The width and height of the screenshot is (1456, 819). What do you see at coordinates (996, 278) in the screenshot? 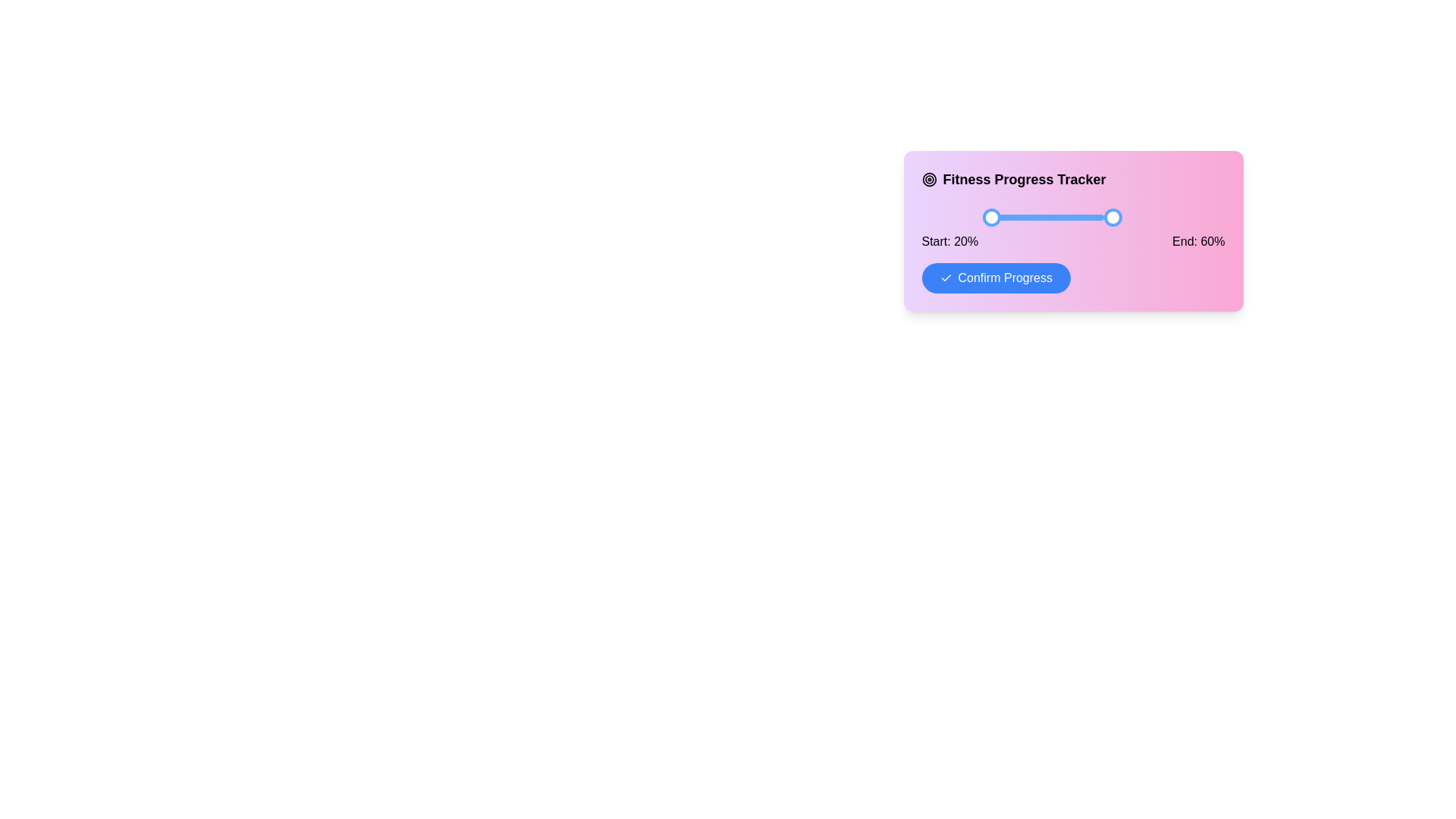
I see `the confirmation button located at the bottom of the progress tracking card` at bounding box center [996, 278].